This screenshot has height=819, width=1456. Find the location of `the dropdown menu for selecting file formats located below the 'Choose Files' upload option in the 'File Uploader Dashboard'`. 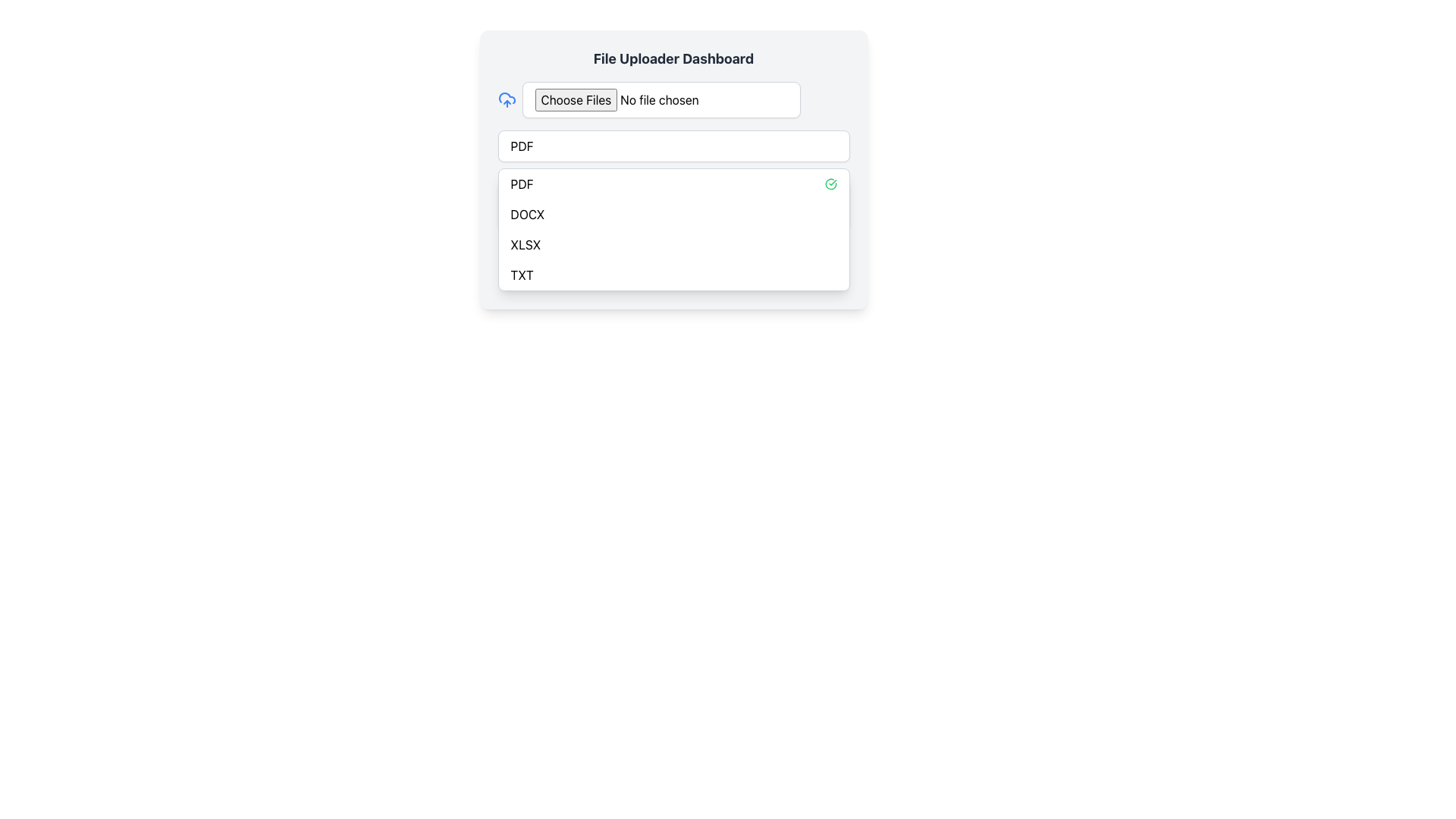

the dropdown menu for selecting file formats located below the 'Choose Files' upload option in the 'File Uploader Dashboard' is located at coordinates (673, 146).